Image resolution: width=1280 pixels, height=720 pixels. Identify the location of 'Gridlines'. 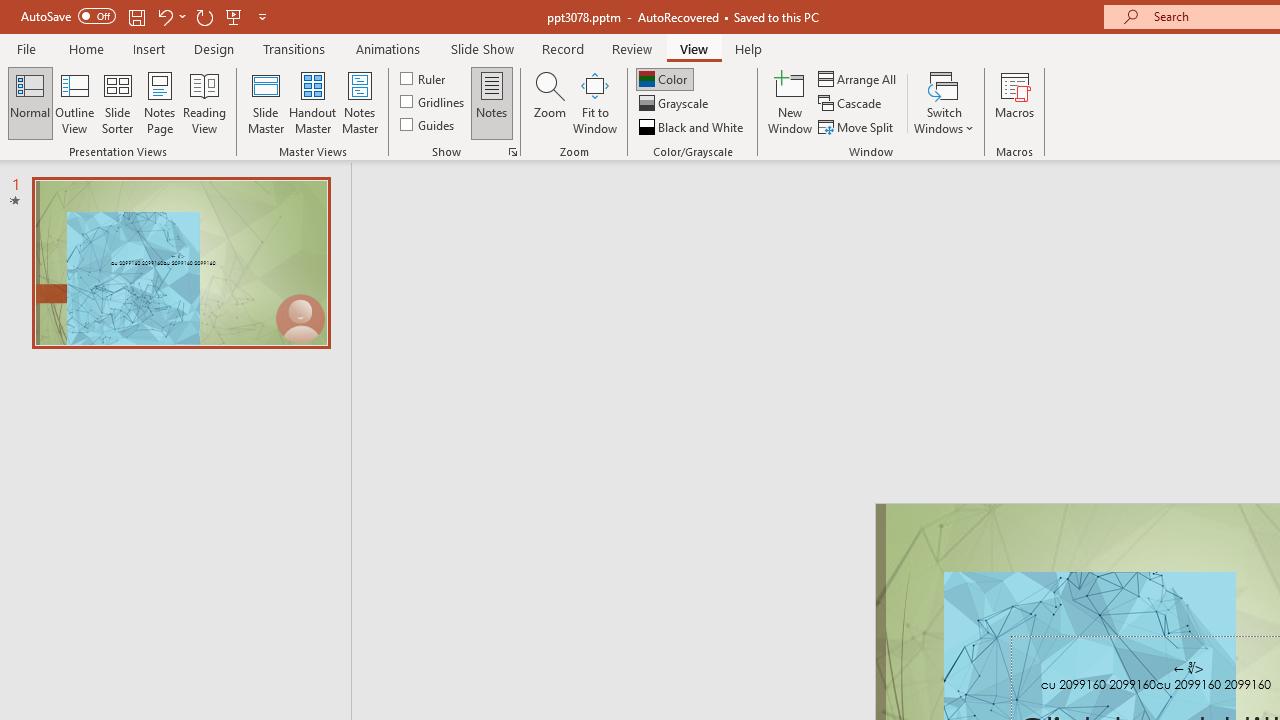
(432, 101).